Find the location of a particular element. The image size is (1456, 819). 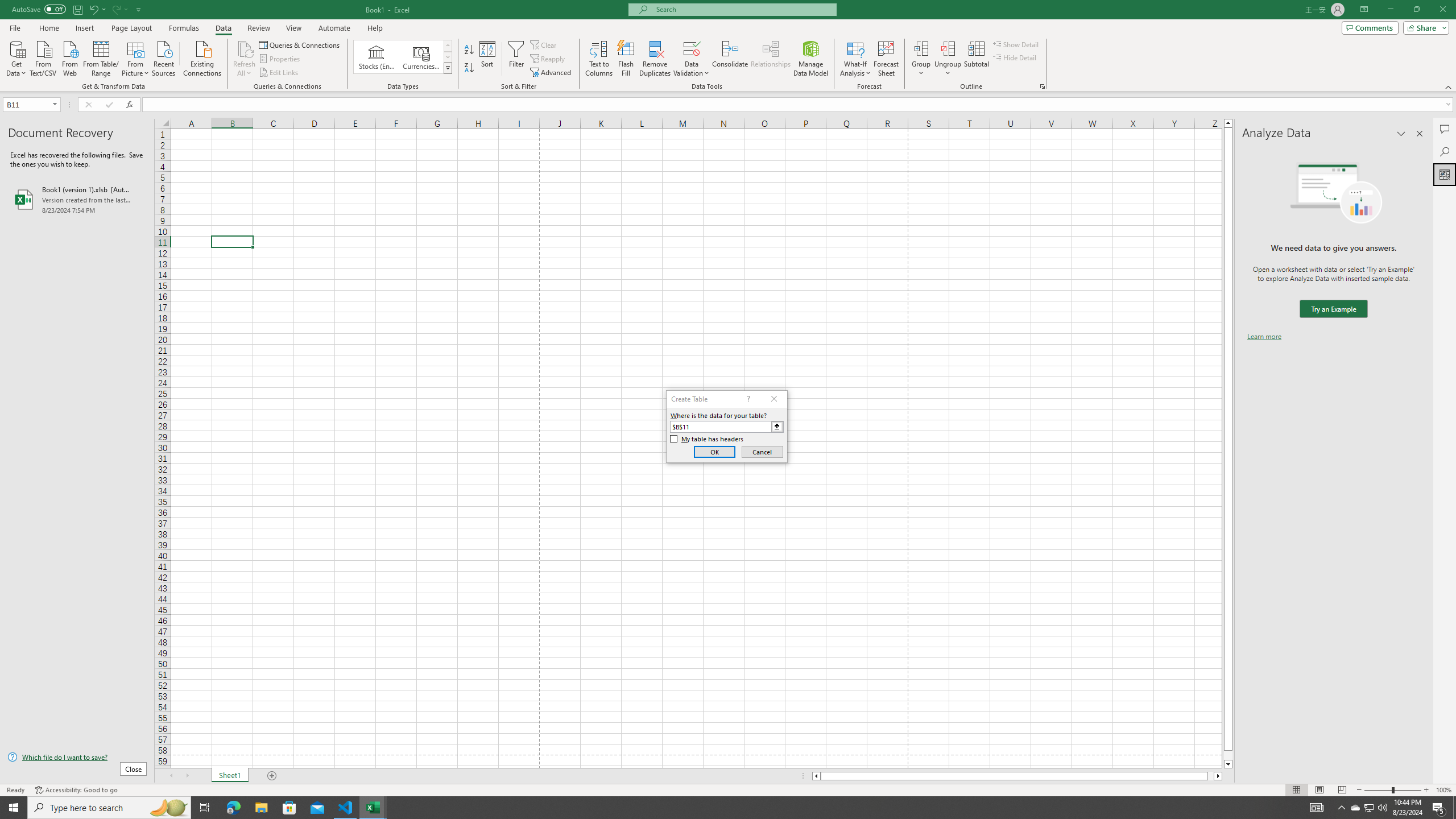

'Clear' is located at coordinates (544, 44).